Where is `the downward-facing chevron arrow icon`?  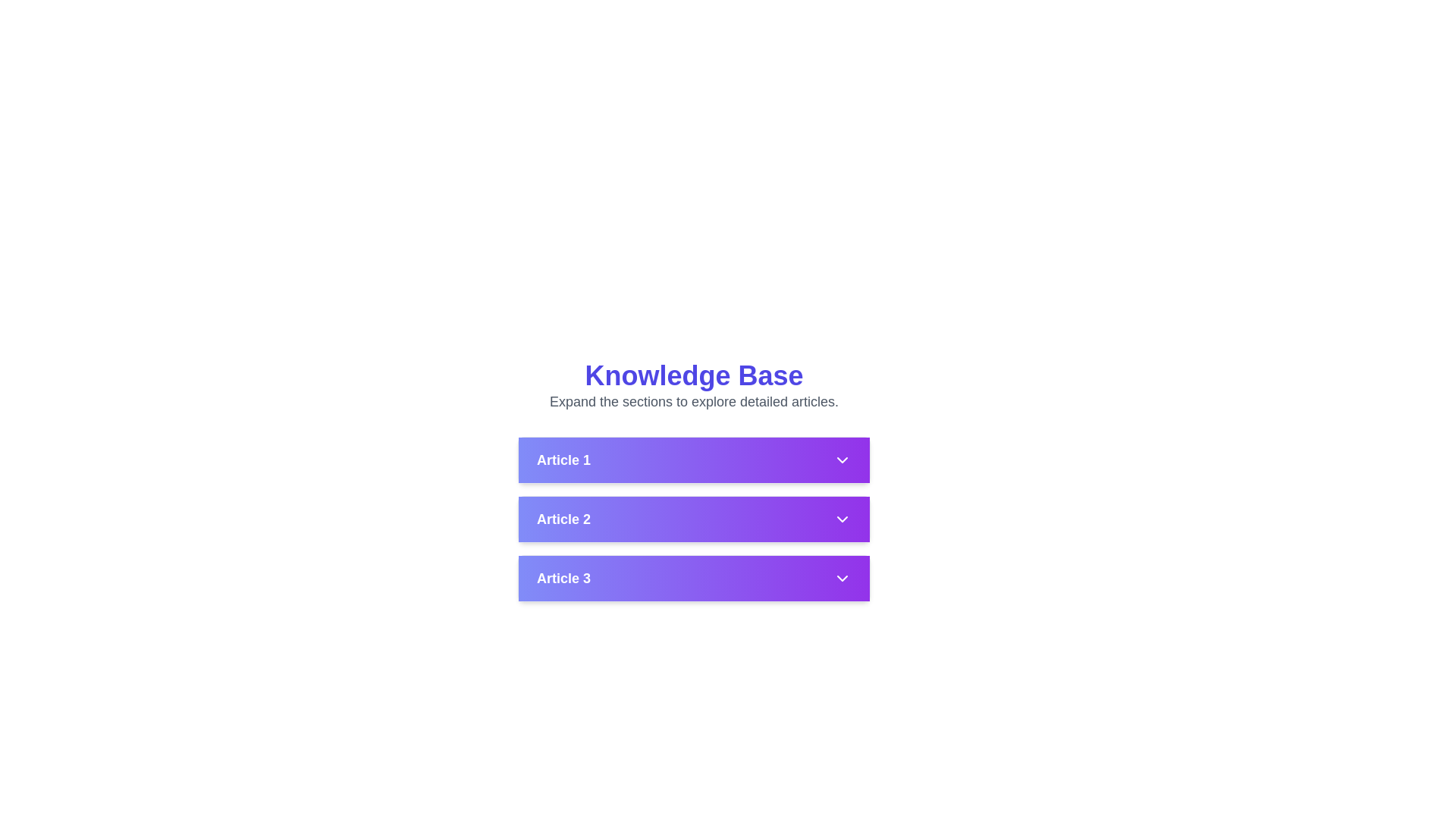
the downward-facing chevron arrow icon is located at coordinates (841, 519).